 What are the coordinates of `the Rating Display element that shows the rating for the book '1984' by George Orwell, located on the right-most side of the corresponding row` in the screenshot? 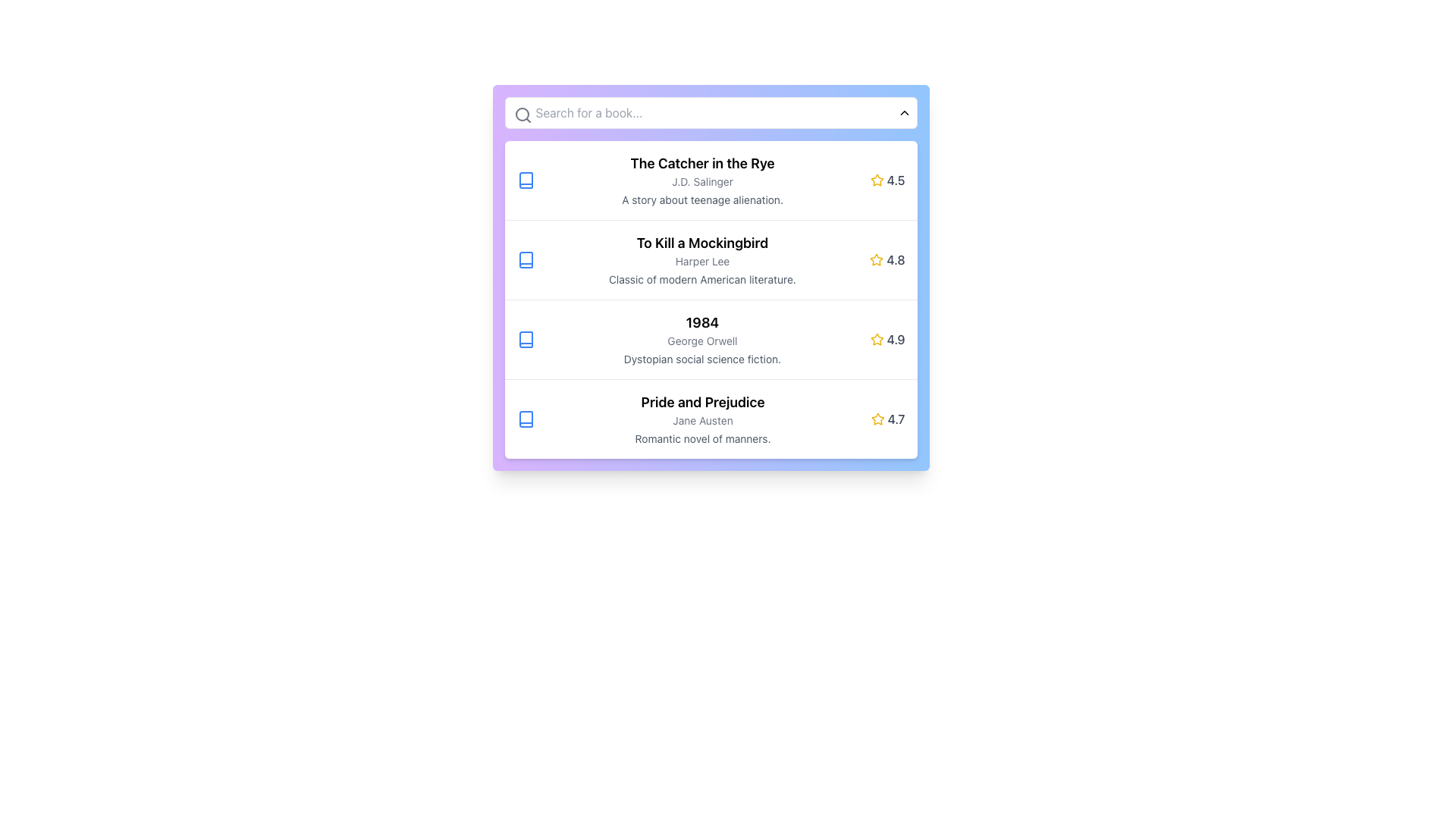 It's located at (887, 338).